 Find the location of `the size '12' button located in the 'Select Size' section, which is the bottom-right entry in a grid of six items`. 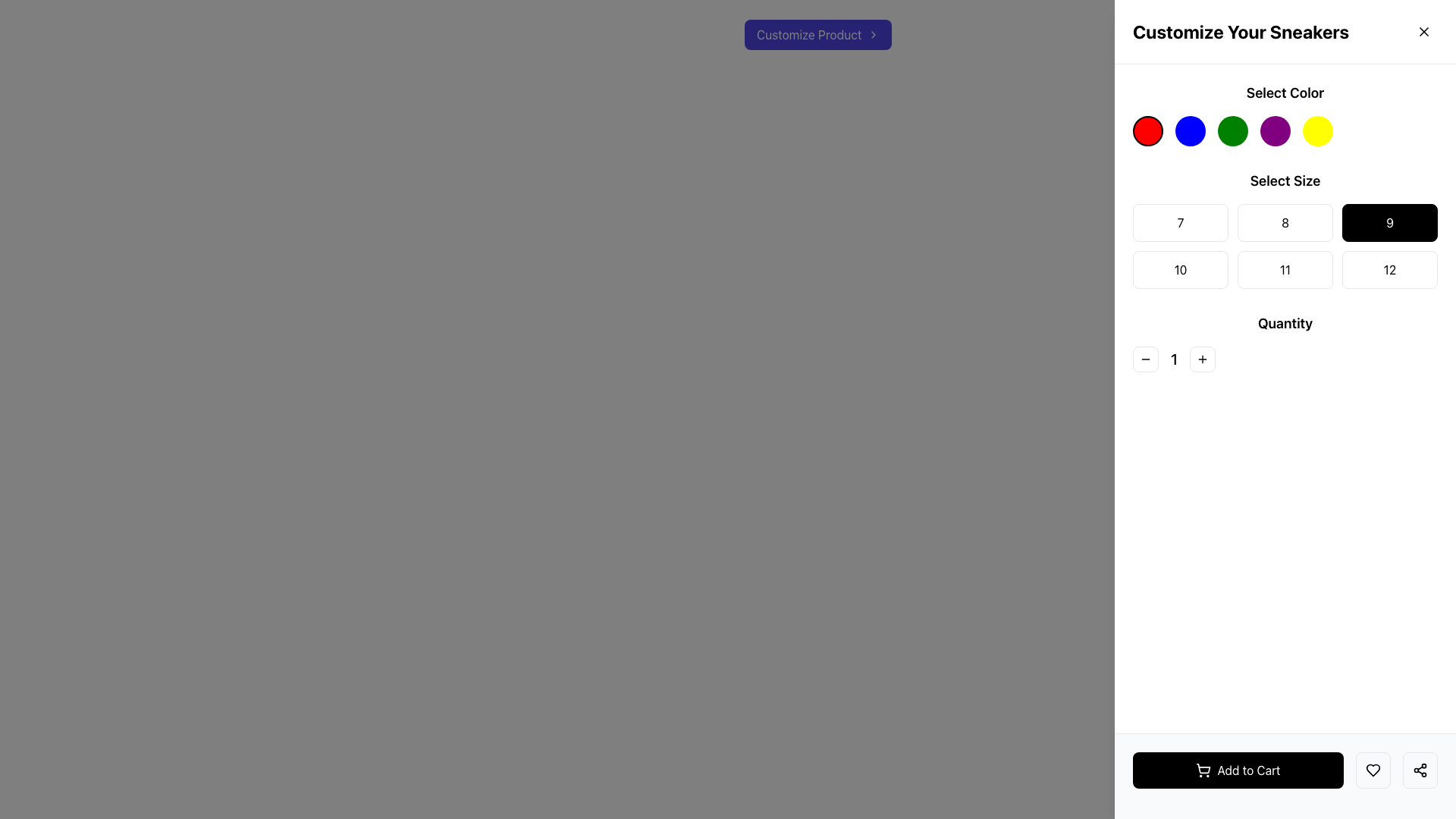

the size '12' button located in the 'Select Size' section, which is the bottom-right entry in a grid of six items is located at coordinates (1390, 268).